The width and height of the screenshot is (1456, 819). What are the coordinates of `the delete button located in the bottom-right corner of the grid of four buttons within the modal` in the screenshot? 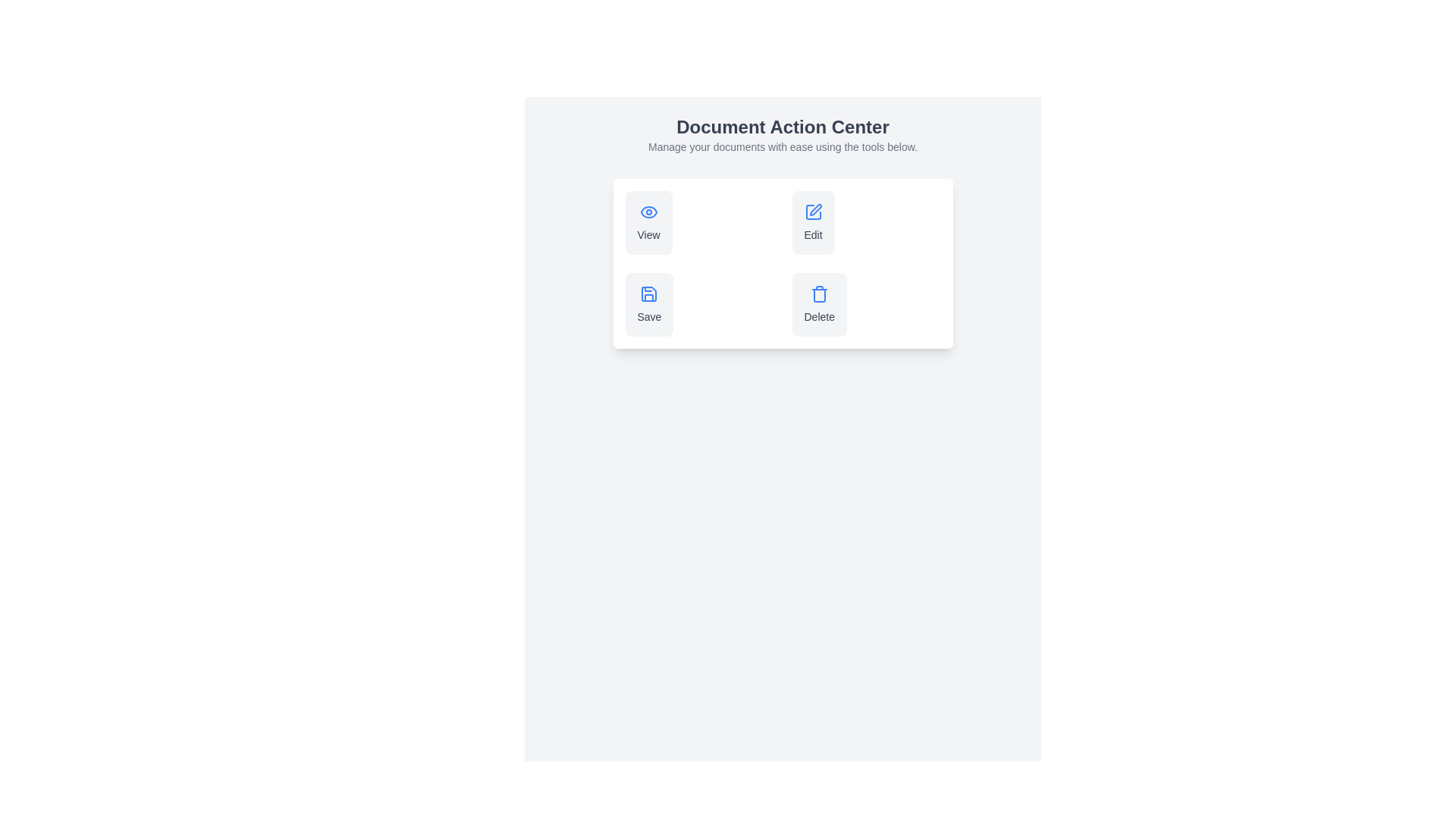 It's located at (818, 304).